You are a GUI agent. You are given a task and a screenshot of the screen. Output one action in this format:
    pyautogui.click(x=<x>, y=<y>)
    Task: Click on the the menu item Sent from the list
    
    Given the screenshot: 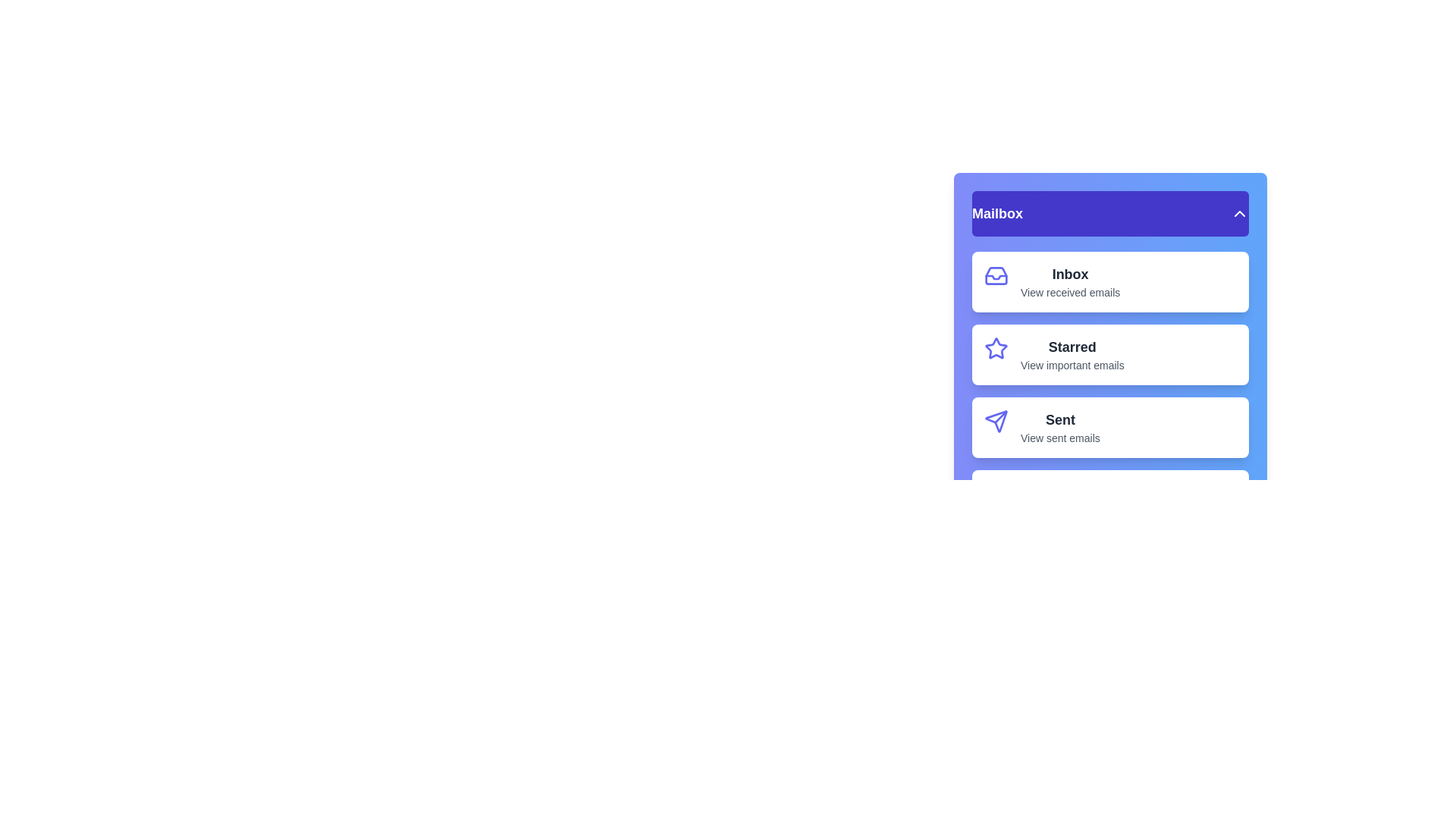 What is the action you would take?
    pyautogui.click(x=1110, y=427)
    